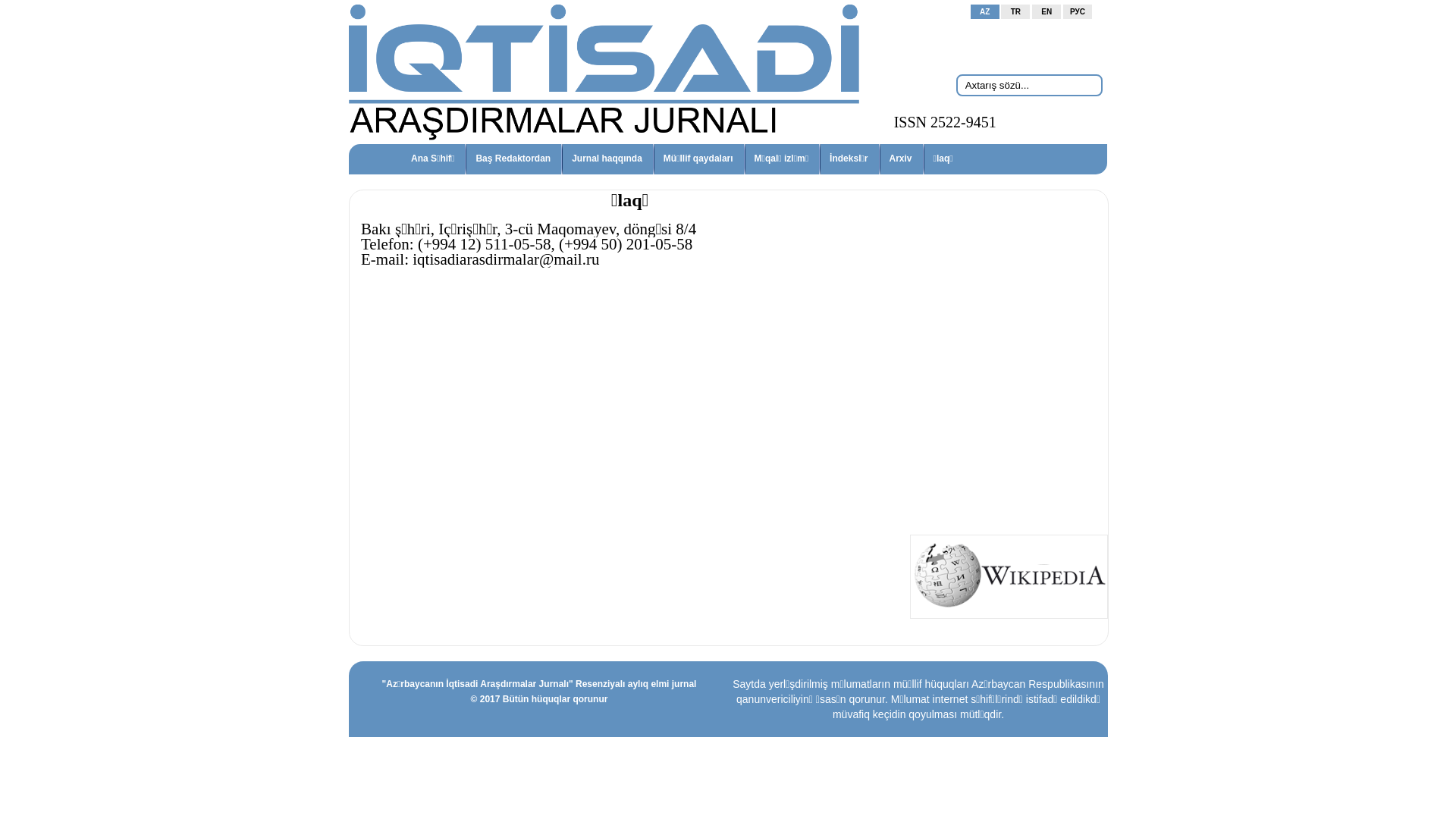 Image resolution: width=1456 pixels, height=819 pixels. Describe the element at coordinates (1015, 11) in the screenshot. I see `'TR'` at that location.